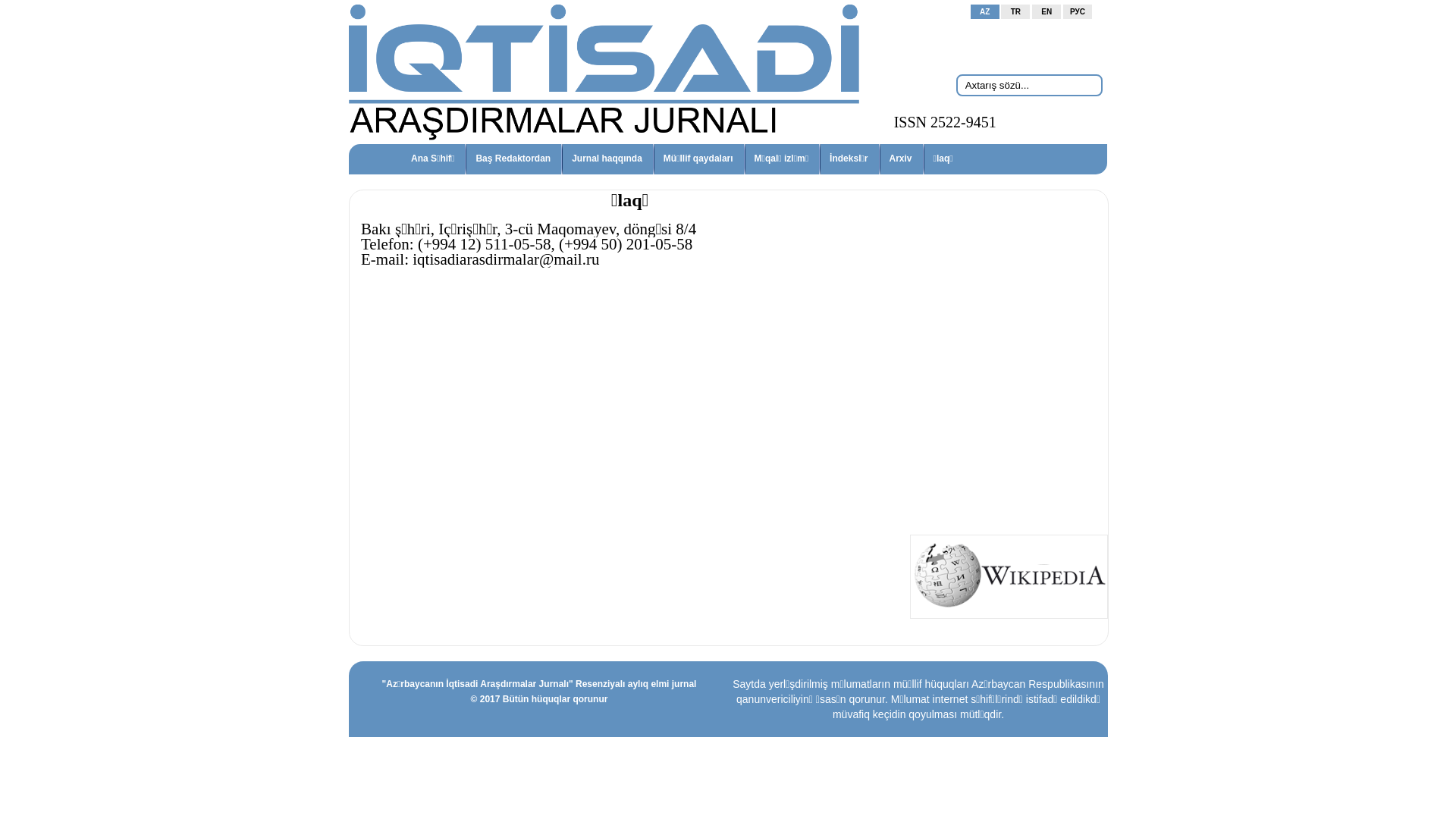 Image resolution: width=1456 pixels, height=819 pixels. Describe the element at coordinates (1015, 11) in the screenshot. I see `'TR'` at that location.